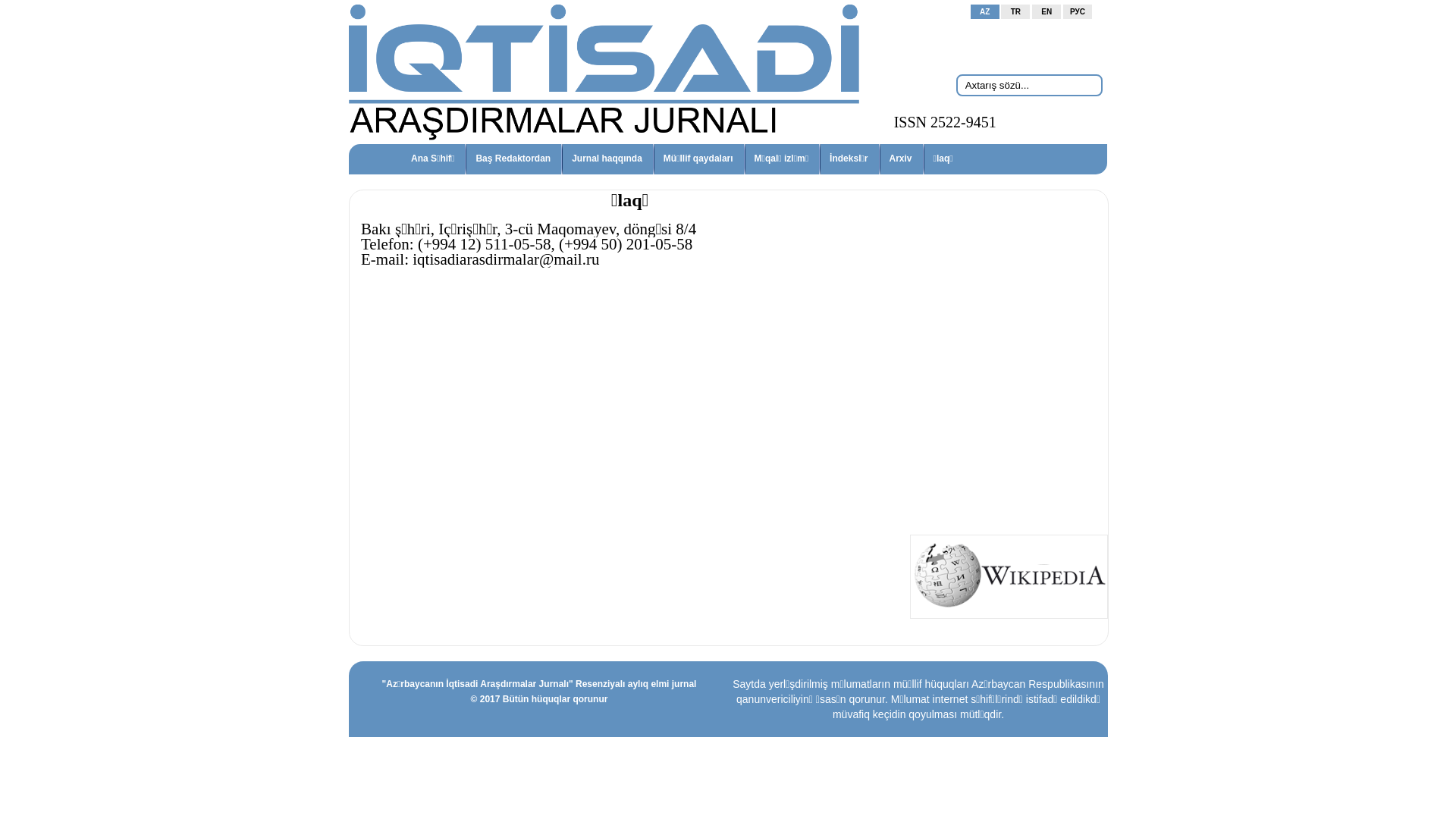 Image resolution: width=1456 pixels, height=819 pixels. Describe the element at coordinates (1015, 11) in the screenshot. I see `'TR'` at that location.